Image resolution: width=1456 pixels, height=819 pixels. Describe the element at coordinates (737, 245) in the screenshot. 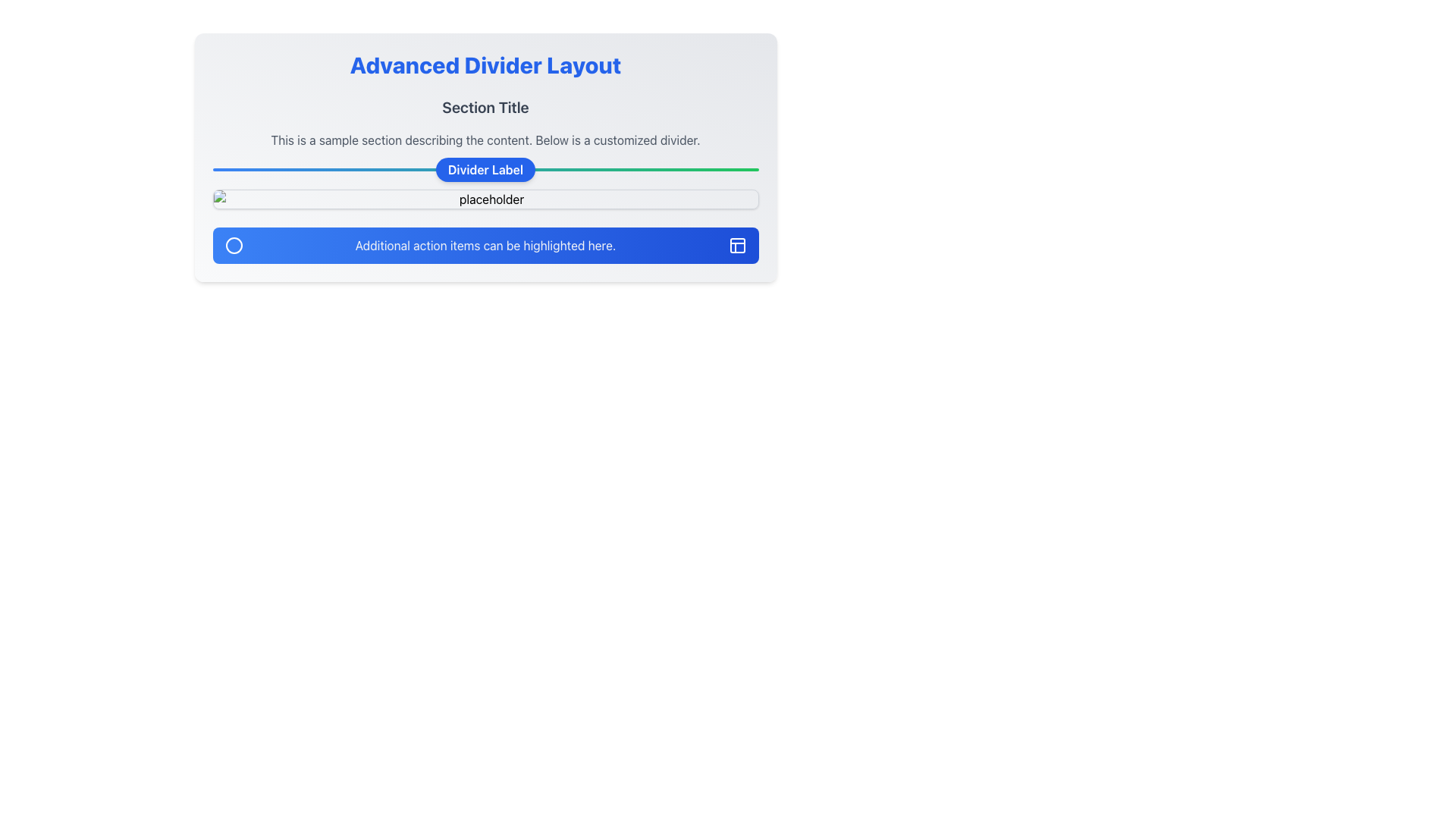

I see `the upper-left square of the segmented graphic icon within the blue button located at the bottom-right of the layout` at that location.